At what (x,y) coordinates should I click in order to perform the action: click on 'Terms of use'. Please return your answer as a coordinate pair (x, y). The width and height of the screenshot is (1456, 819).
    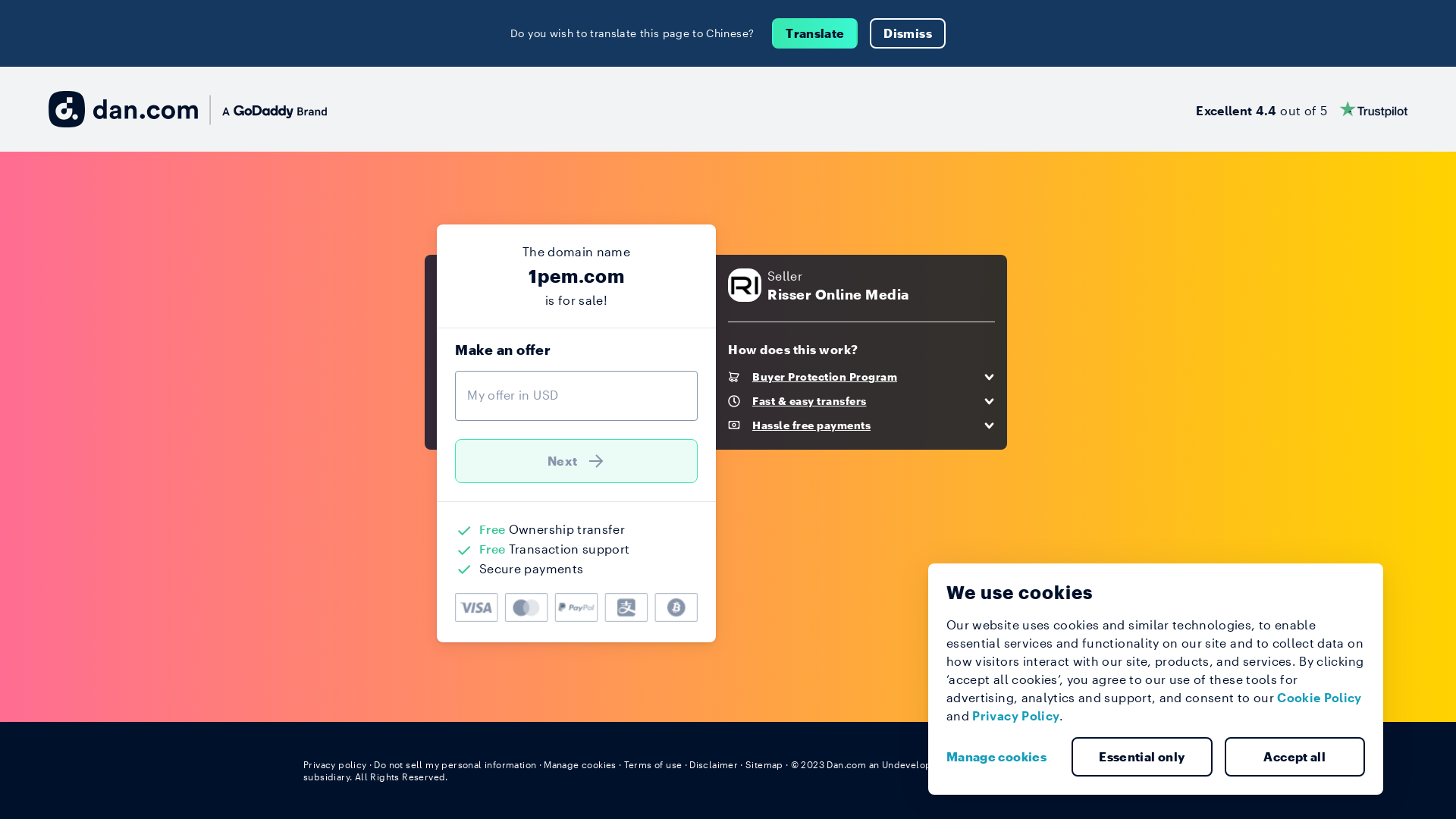
    Looking at the image, I should click on (653, 764).